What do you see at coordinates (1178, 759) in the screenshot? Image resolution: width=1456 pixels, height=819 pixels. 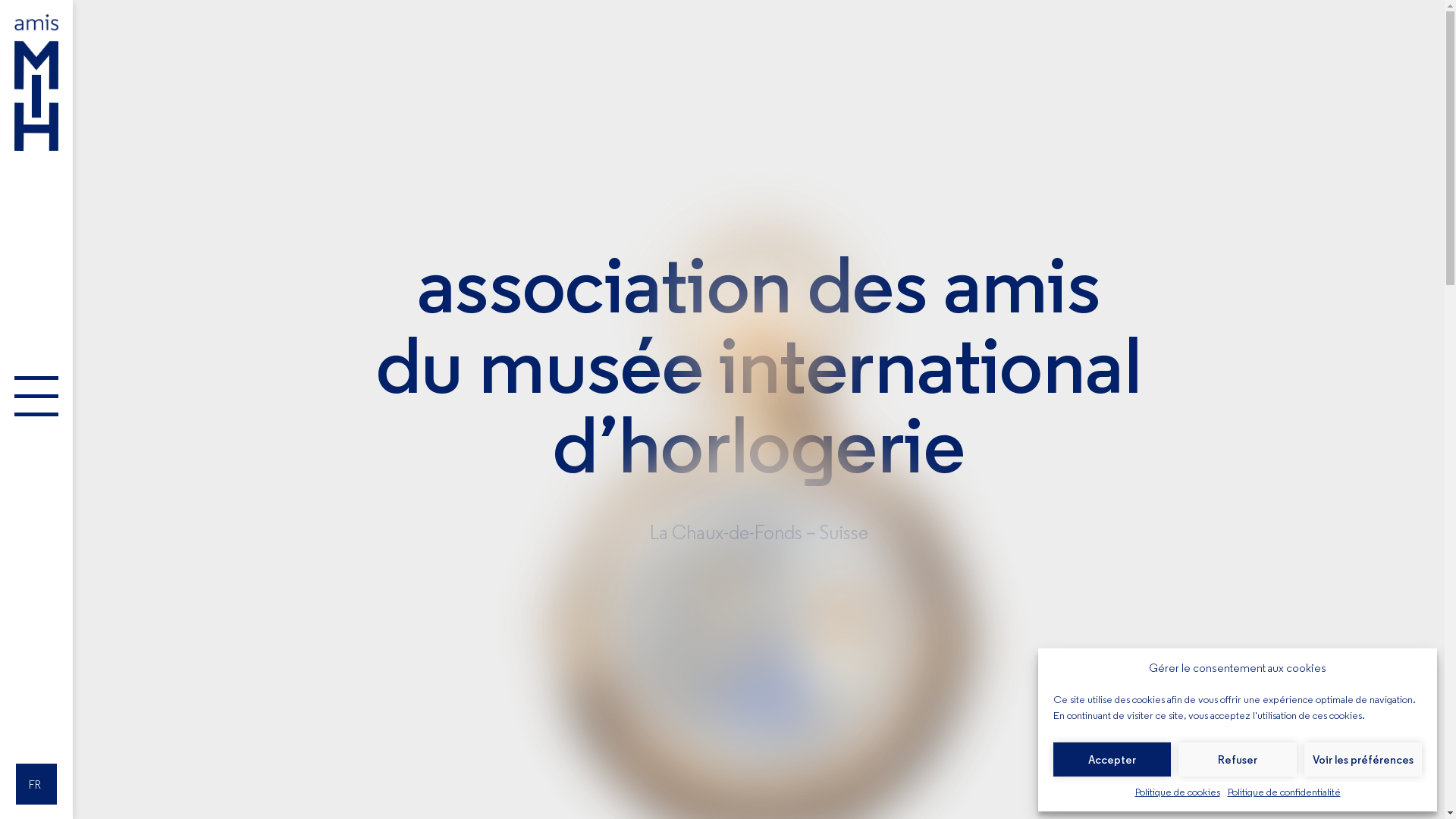 I see `'Refuser'` at bounding box center [1178, 759].